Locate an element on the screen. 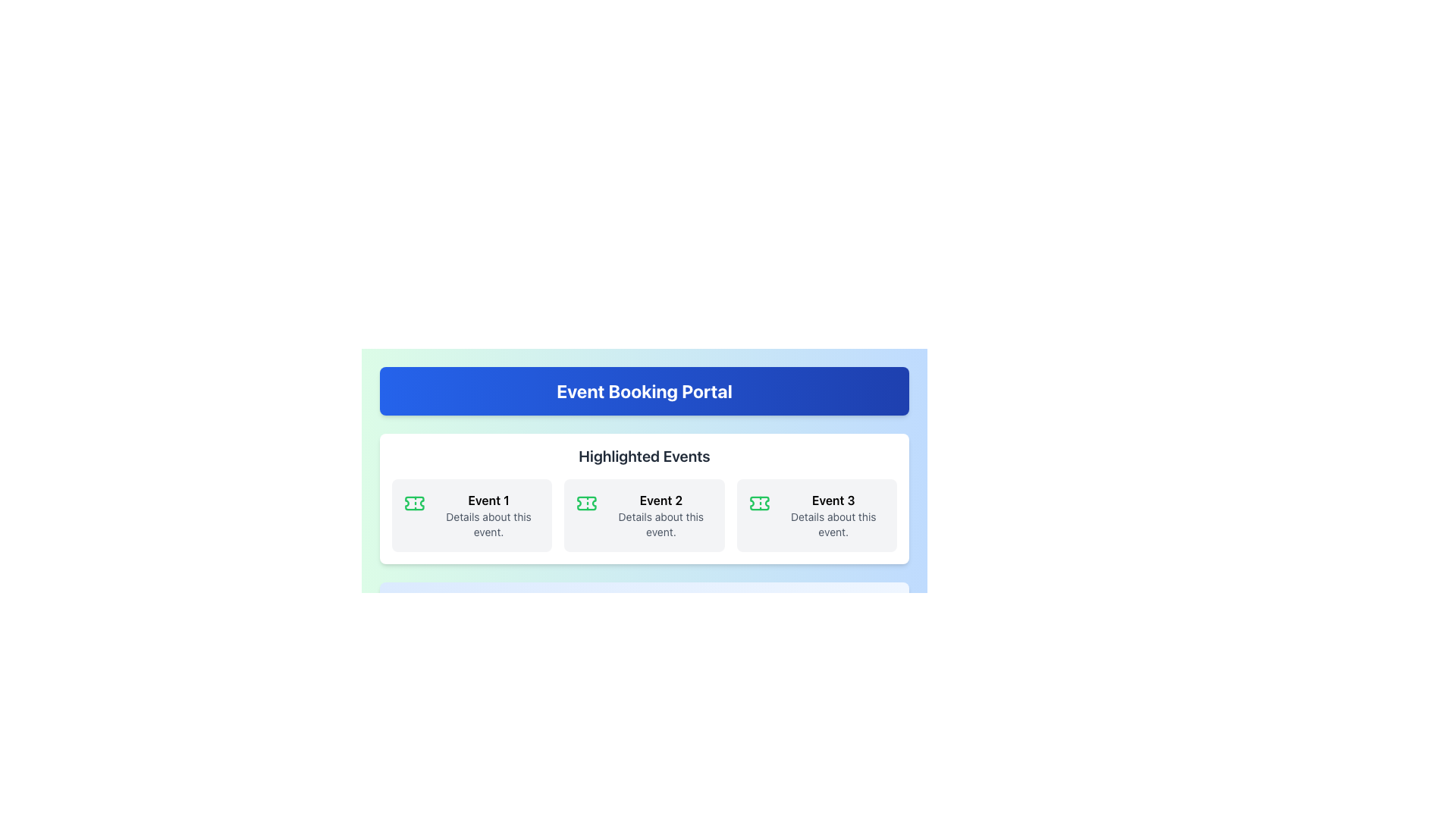  the heading text element in the 'Highlighted Events' card, which is positioned centrally below the 'Event Booking Portal' banner is located at coordinates (644, 455).